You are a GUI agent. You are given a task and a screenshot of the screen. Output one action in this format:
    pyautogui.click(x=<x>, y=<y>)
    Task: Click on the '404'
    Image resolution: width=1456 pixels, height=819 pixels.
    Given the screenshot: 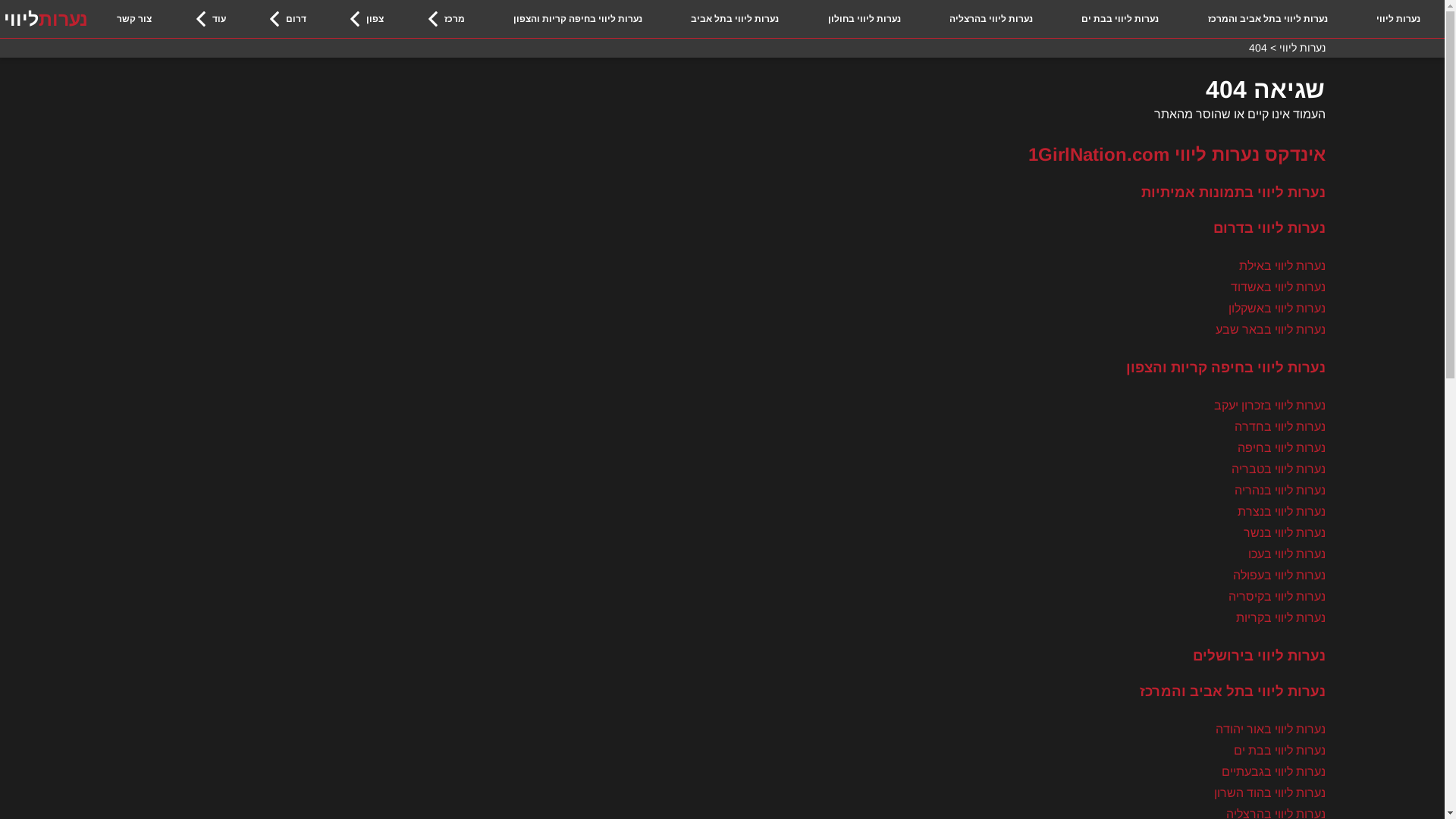 What is the action you would take?
    pyautogui.click(x=1248, y=46)
    